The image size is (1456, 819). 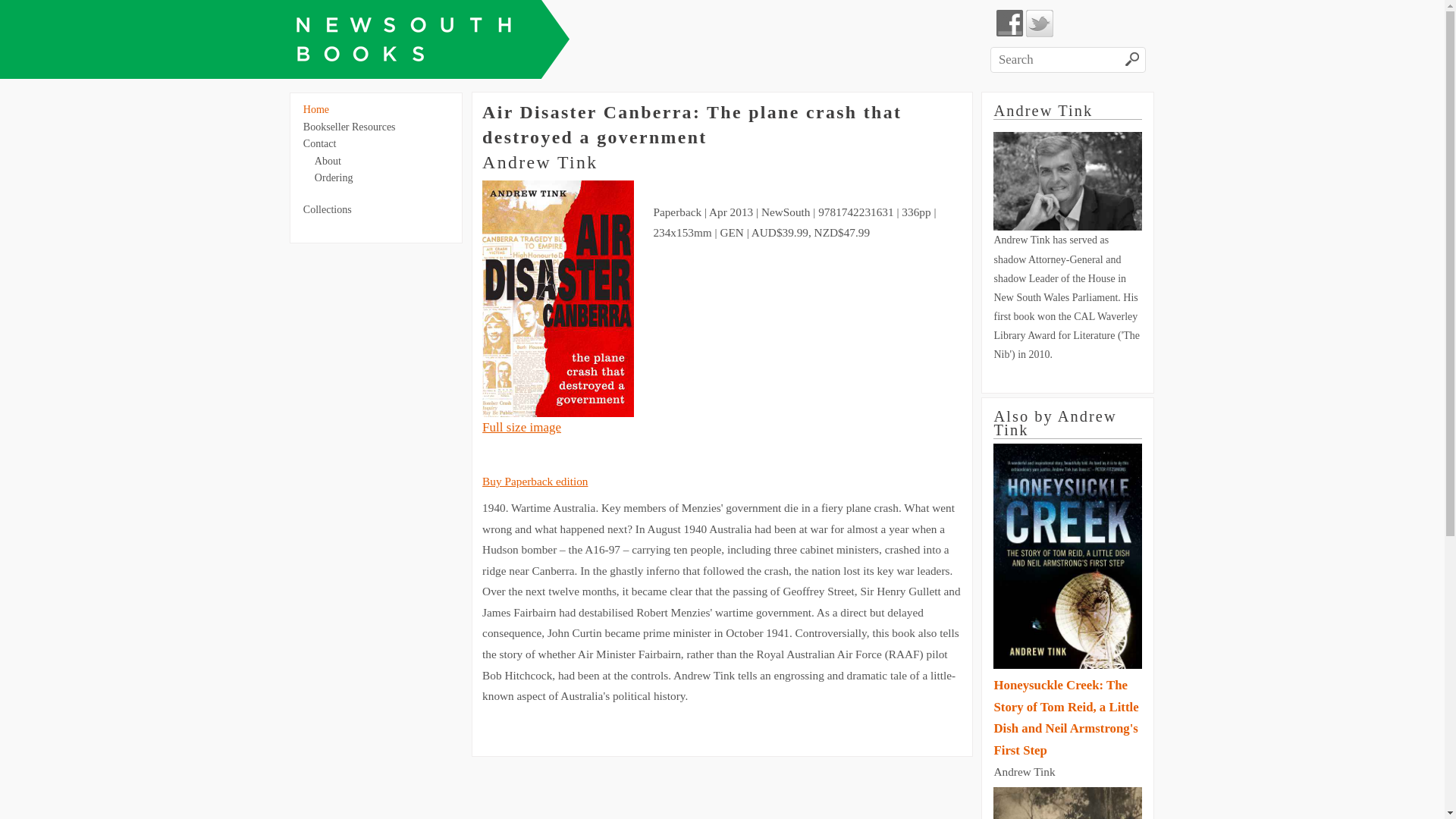 What do you see at coordinates (315, 108) in the screenshot?
I see `'Home'` at bounding box center [315, 108].